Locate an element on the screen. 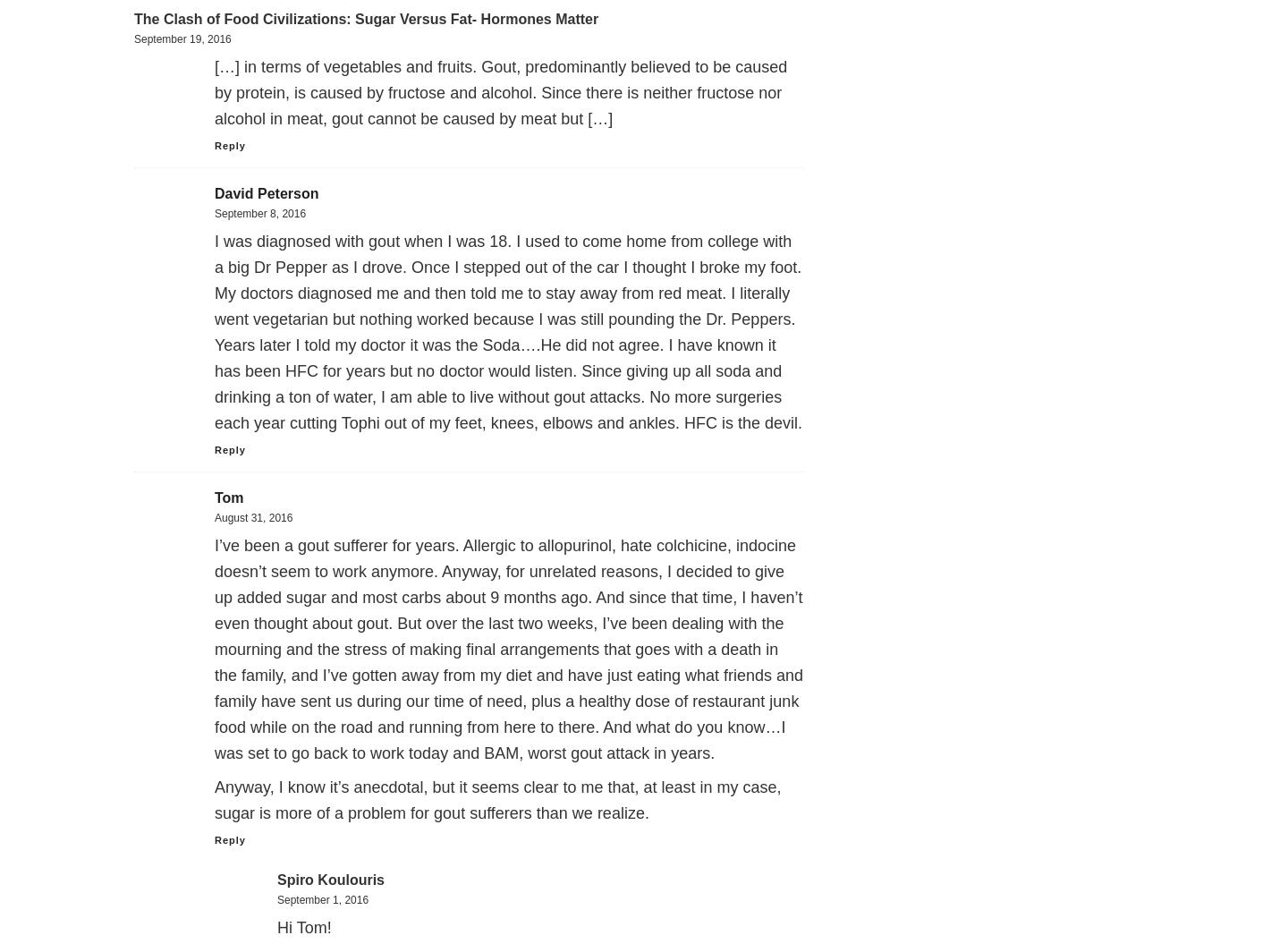 The image size is (1288, 944). 'Anyway, I know it’s anecdotal, but it seems clear to me that, at least in my case, sugar is more of a problem for gout sufferers than we realize.' is located at coordinates (497, 799).